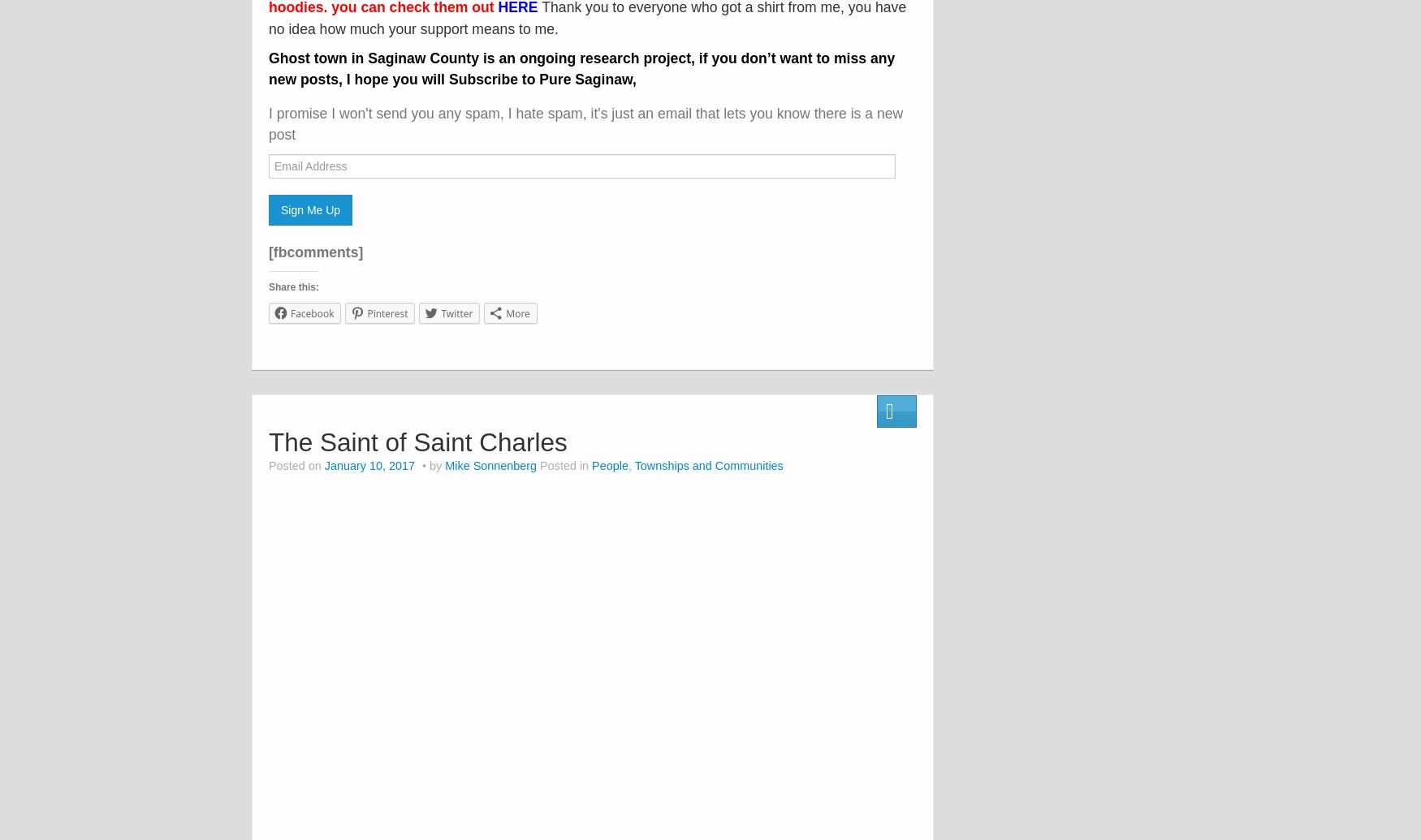 The width and height of the screenshot is (1421, 840). What do you see at coordinates (296, 465) in the screenshot?
I see `'Posted on'` at bounding box center [296, 465].